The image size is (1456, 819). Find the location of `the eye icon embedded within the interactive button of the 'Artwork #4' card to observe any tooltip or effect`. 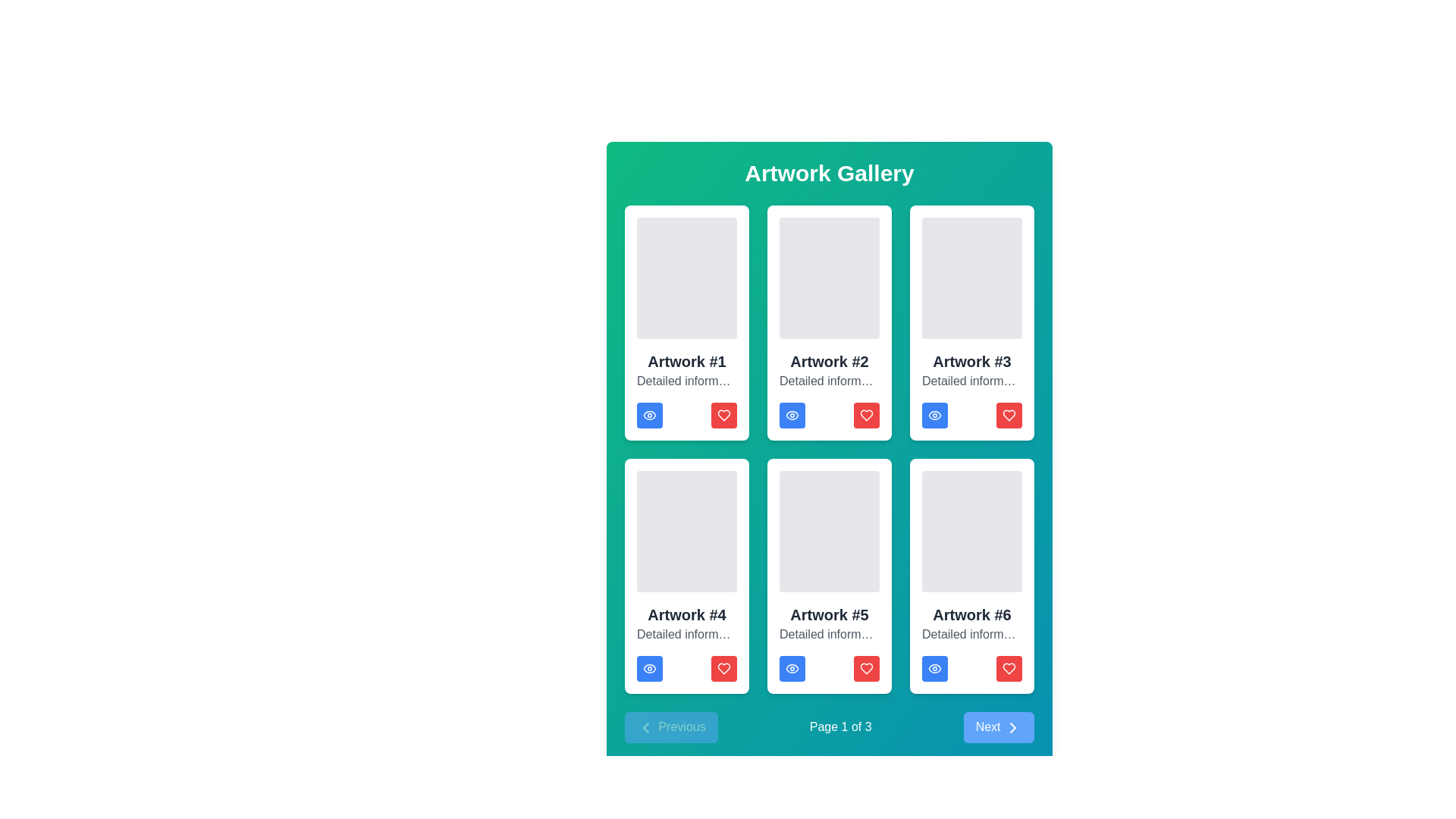

the eye icon embedded within the interactive button of the 'Artwork #4' card to observe any tooltip or effect is located at coordinates (650, 668).